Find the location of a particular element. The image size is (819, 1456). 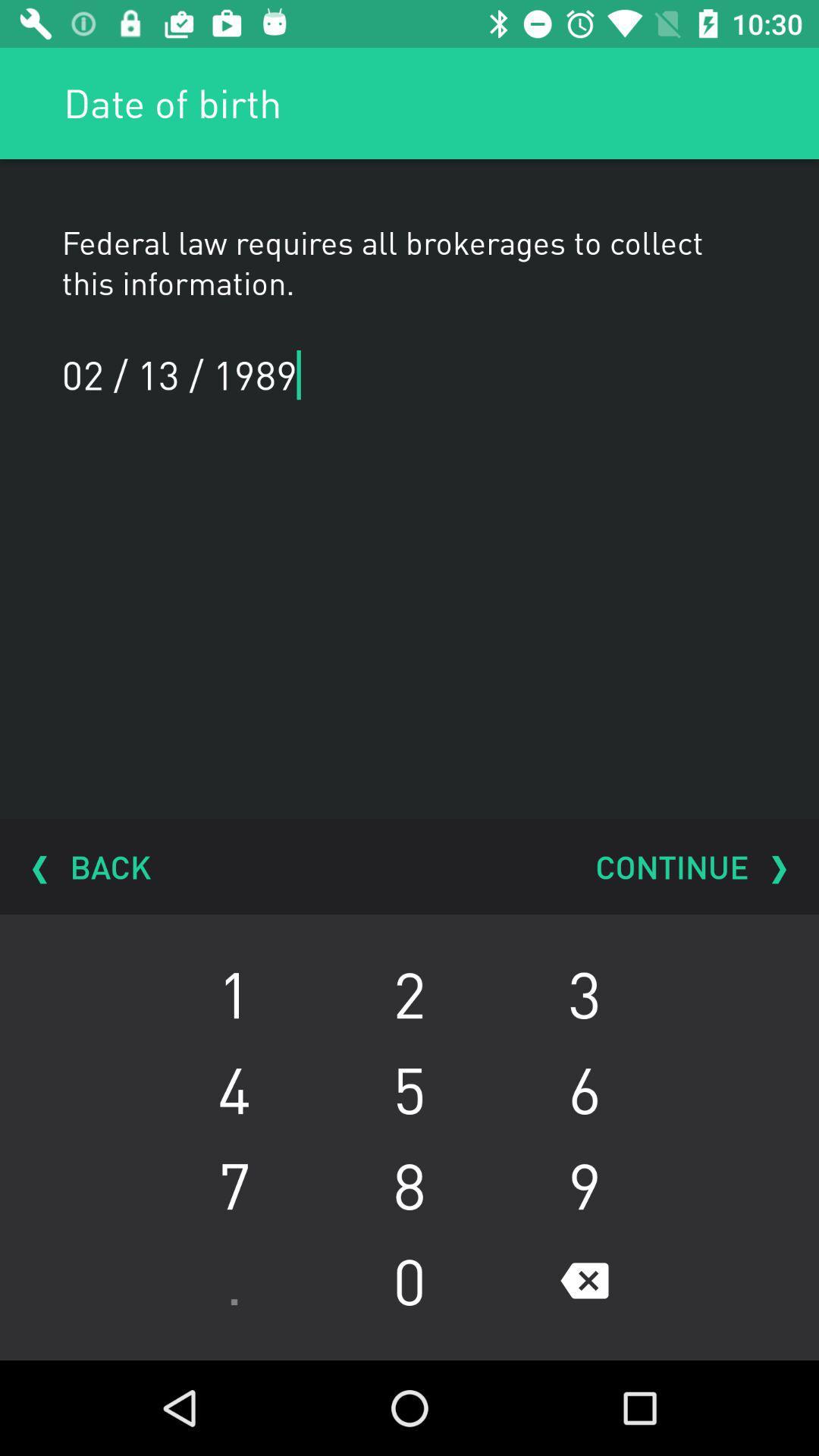

4 icon is located at coordinates (234, 1088).